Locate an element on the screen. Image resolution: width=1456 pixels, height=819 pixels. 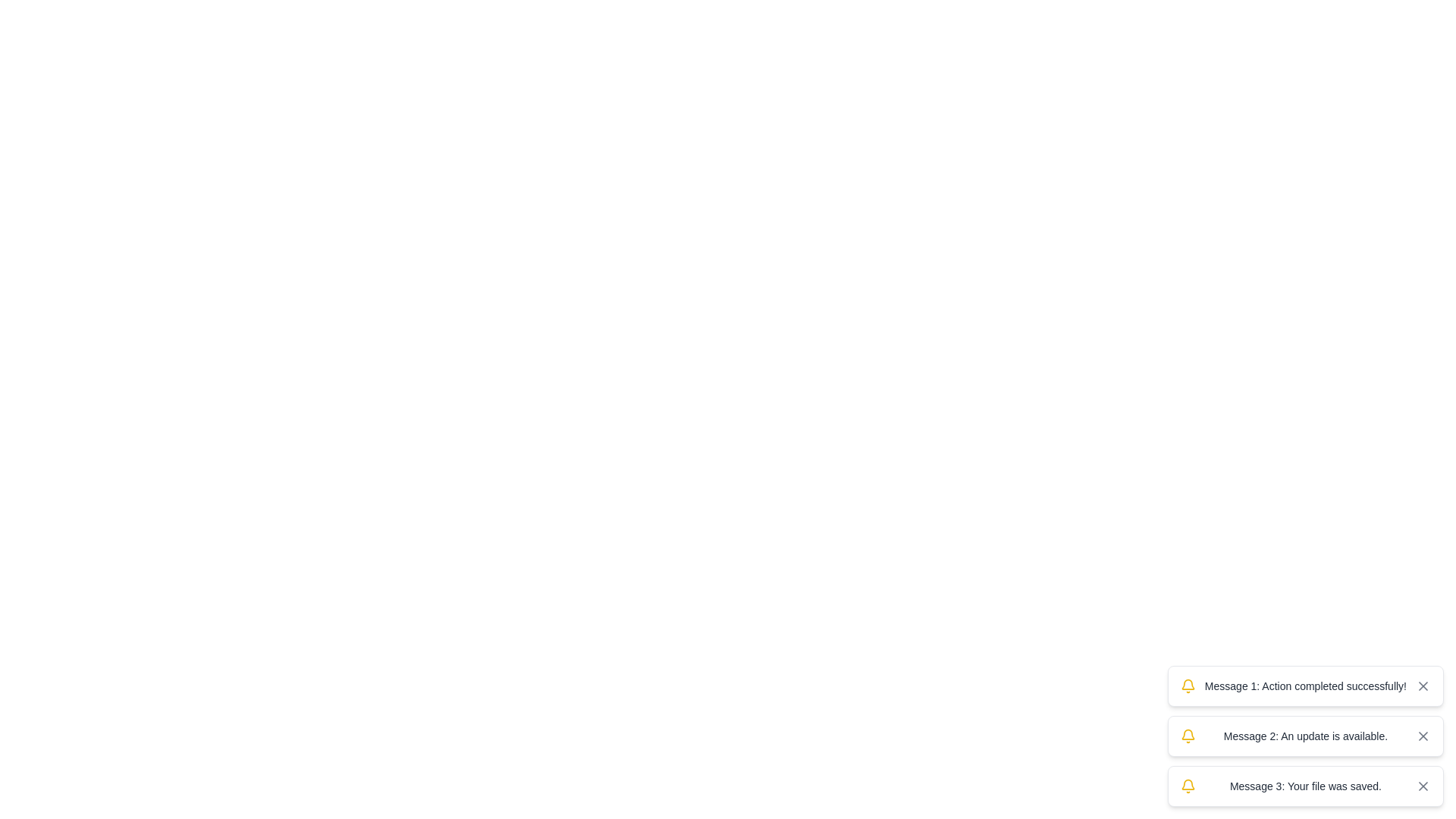
the gray 'X' button on the far-right side of the notification message 'Message 1: Action completed successfully!' is located at coordinates (1422, 686).